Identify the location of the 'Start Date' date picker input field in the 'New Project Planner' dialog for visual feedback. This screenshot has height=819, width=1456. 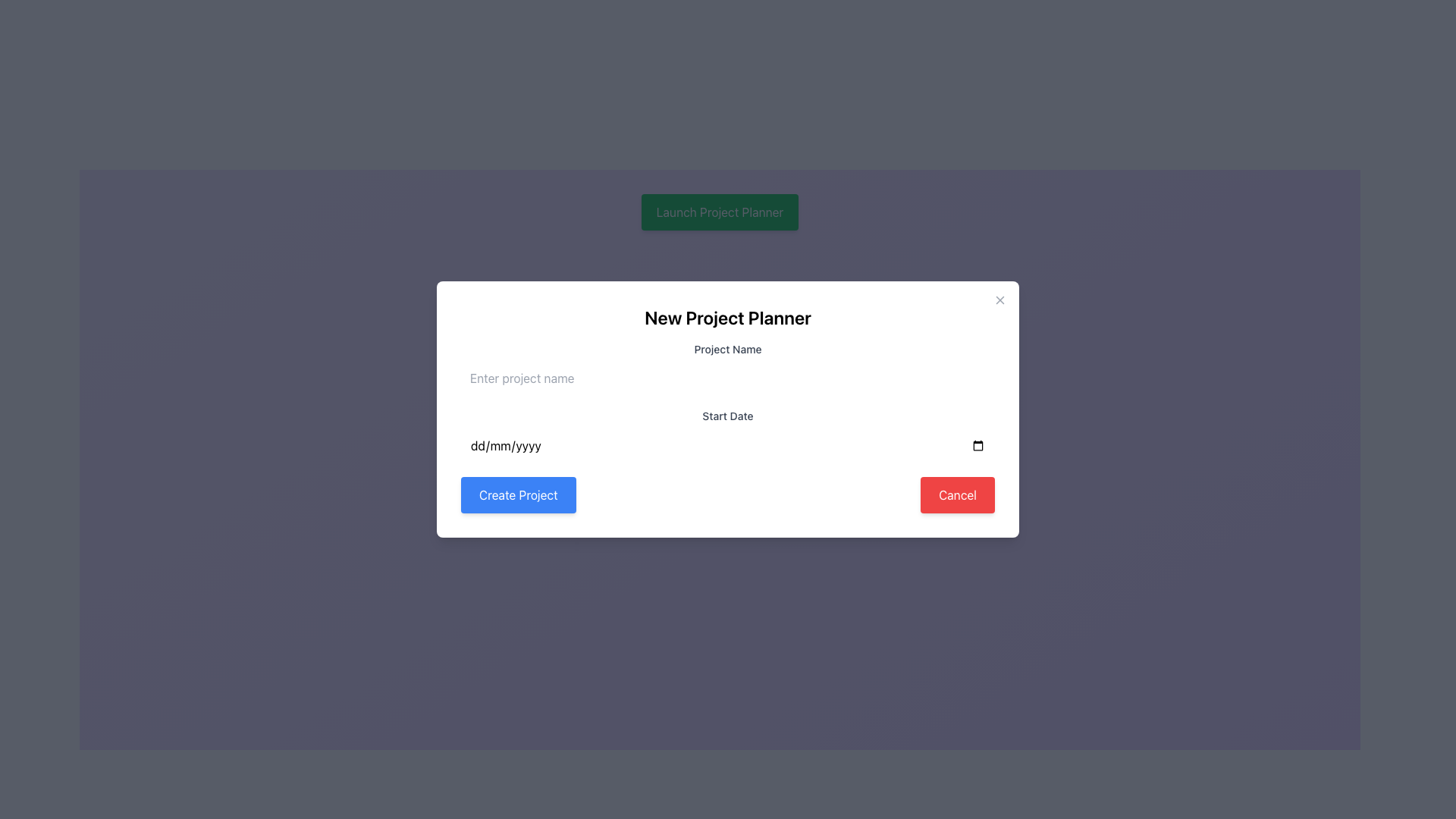
(728, 436).